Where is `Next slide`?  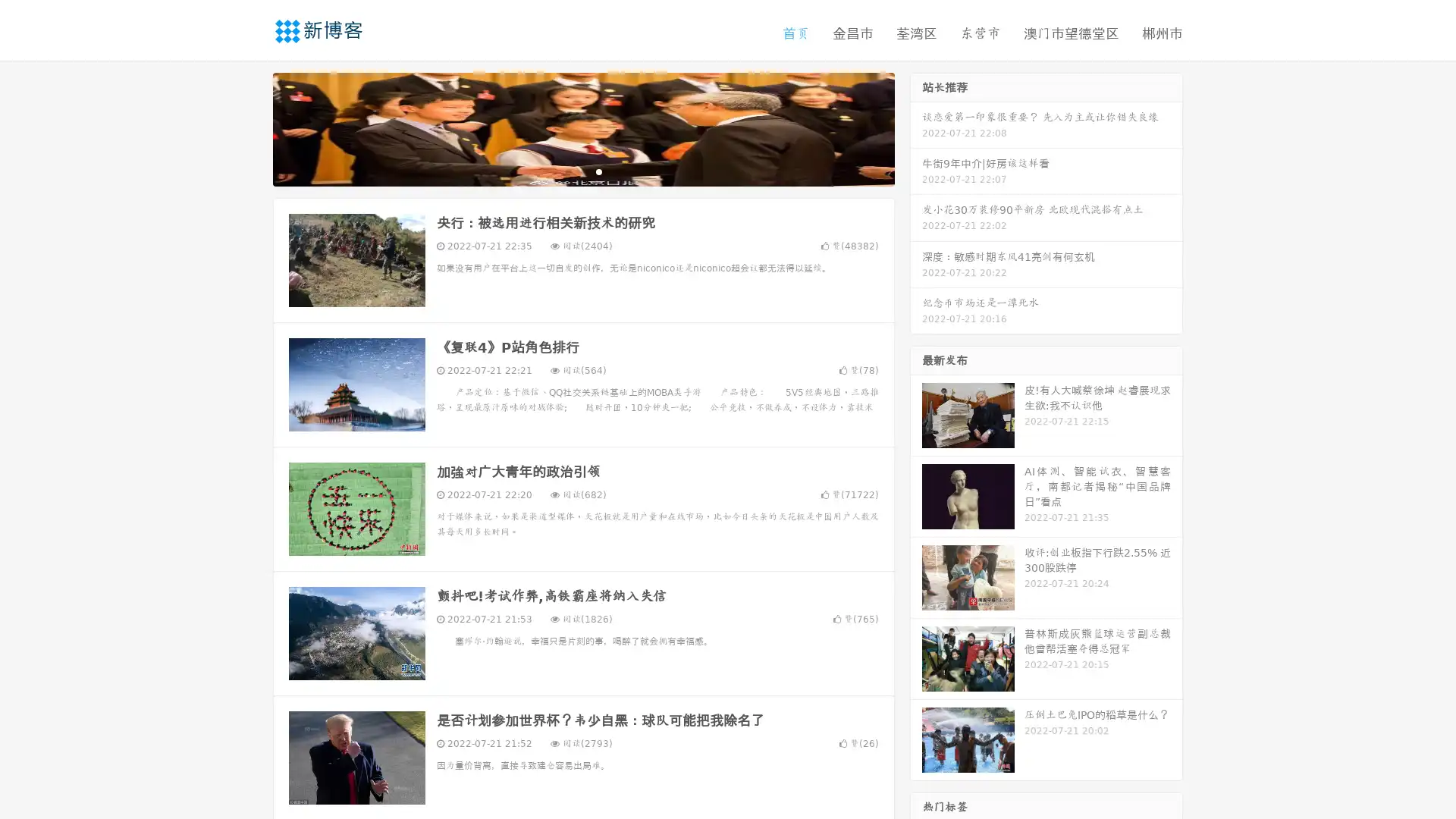
Next slide is located at coordinates (916, 127).